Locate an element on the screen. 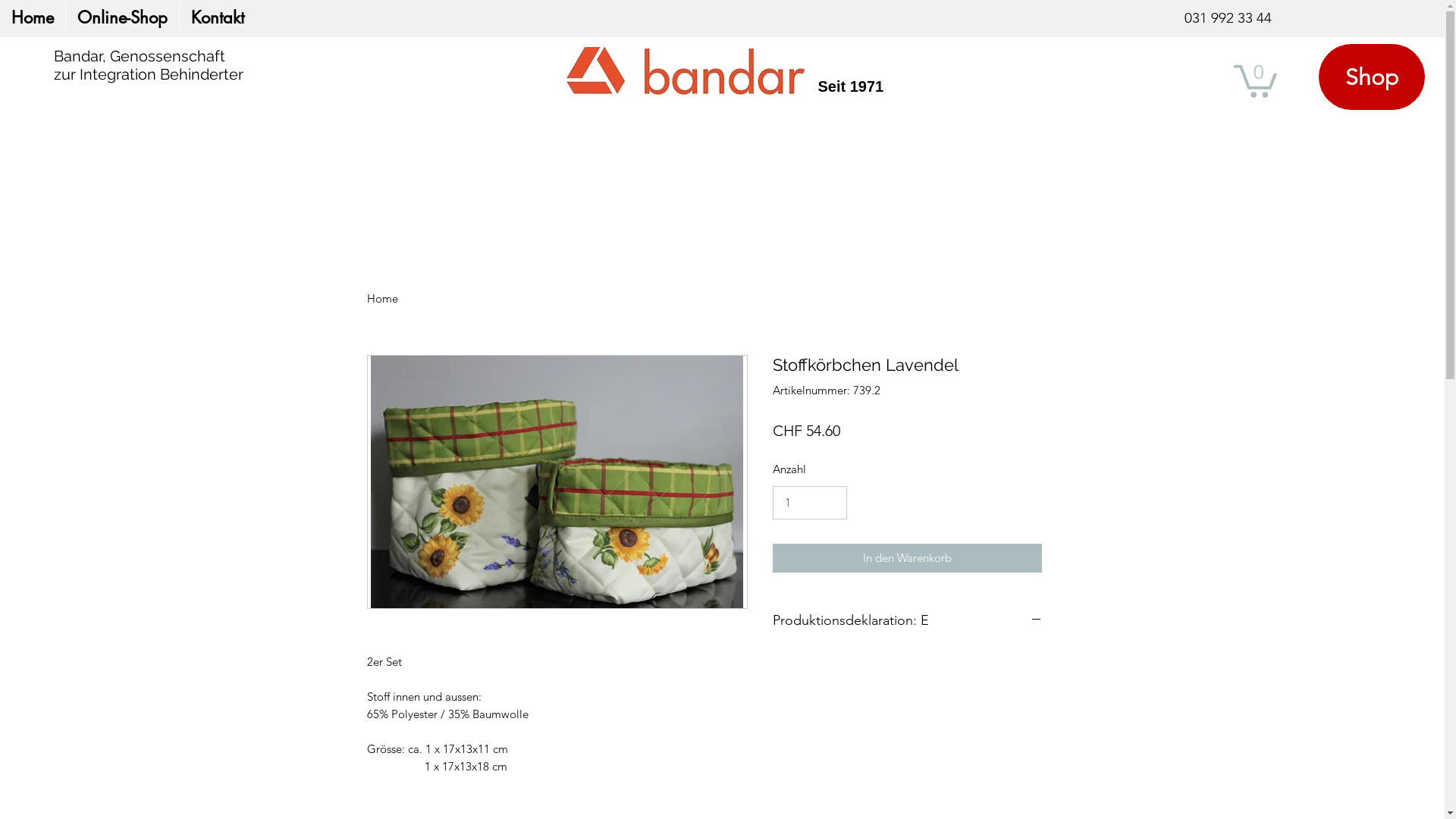  '0' is located at coordinates (1255, 79).